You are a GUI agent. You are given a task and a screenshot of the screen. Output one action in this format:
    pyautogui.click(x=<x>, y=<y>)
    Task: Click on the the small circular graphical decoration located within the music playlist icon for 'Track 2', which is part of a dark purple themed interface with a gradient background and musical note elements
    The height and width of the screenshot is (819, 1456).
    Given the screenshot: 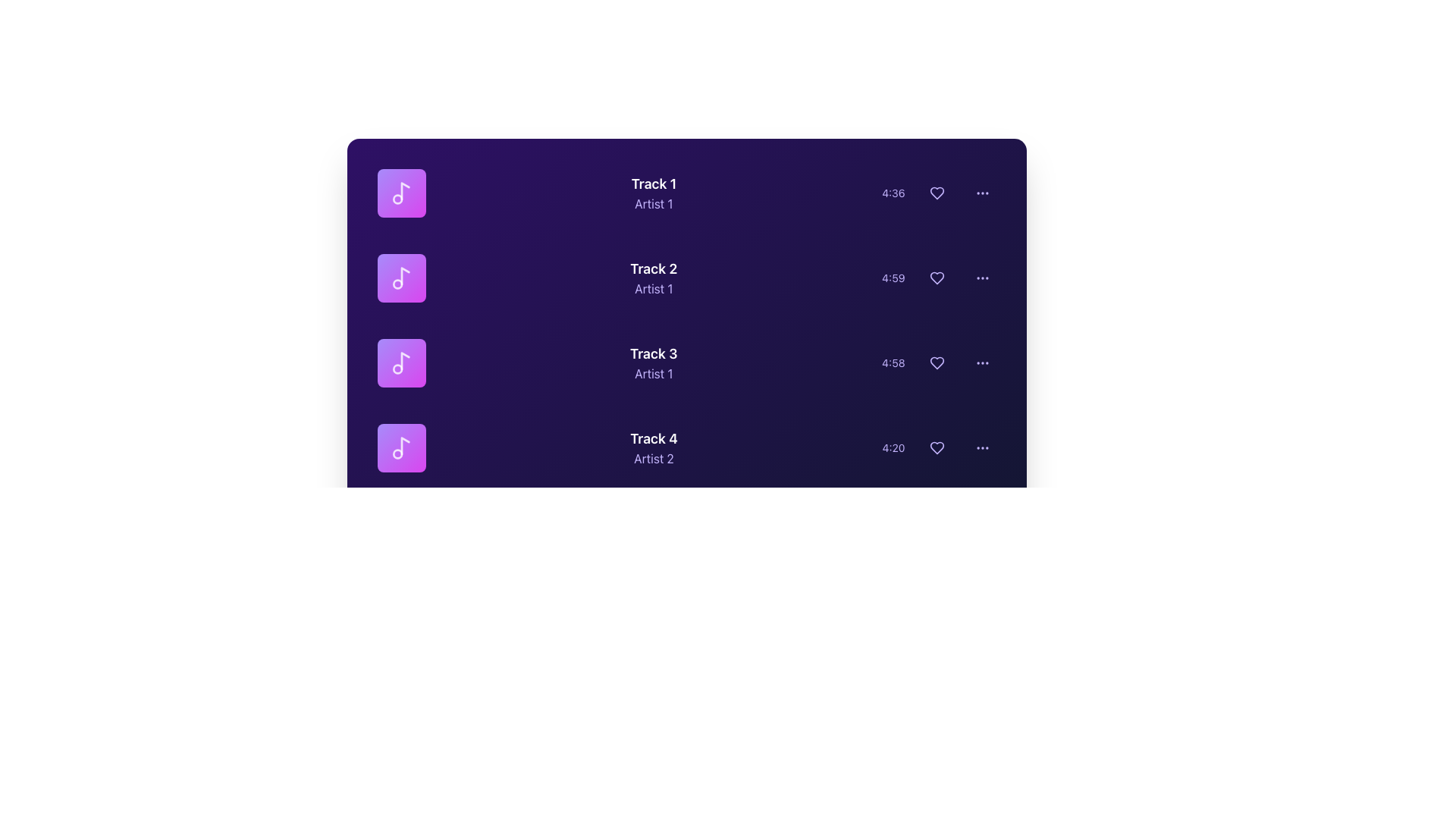 What is the action you would take?
    pyautogui.click(x=397, y=284)
    